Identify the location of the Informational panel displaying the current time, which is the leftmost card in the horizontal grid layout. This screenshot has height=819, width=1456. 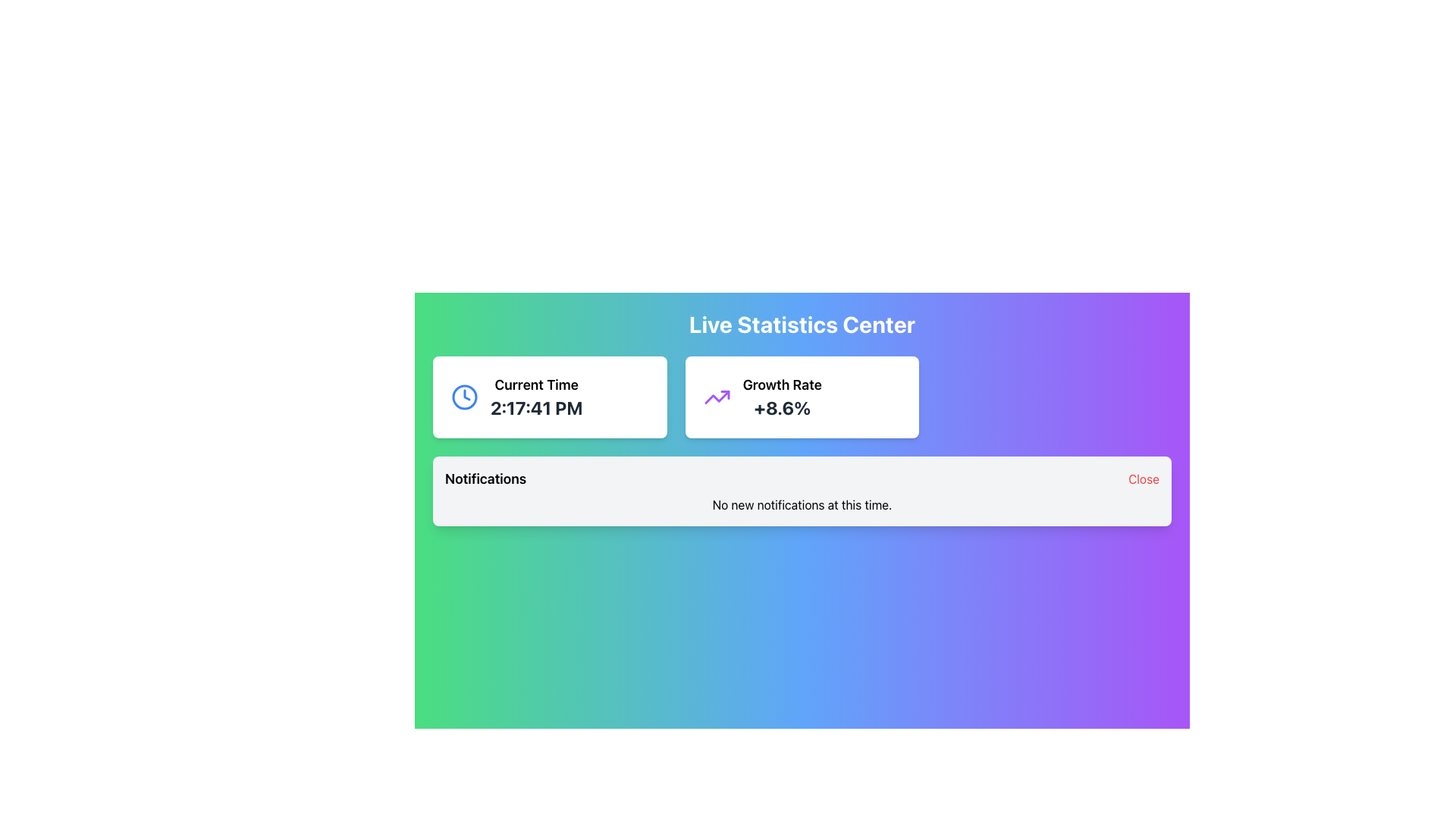
(549, 397).